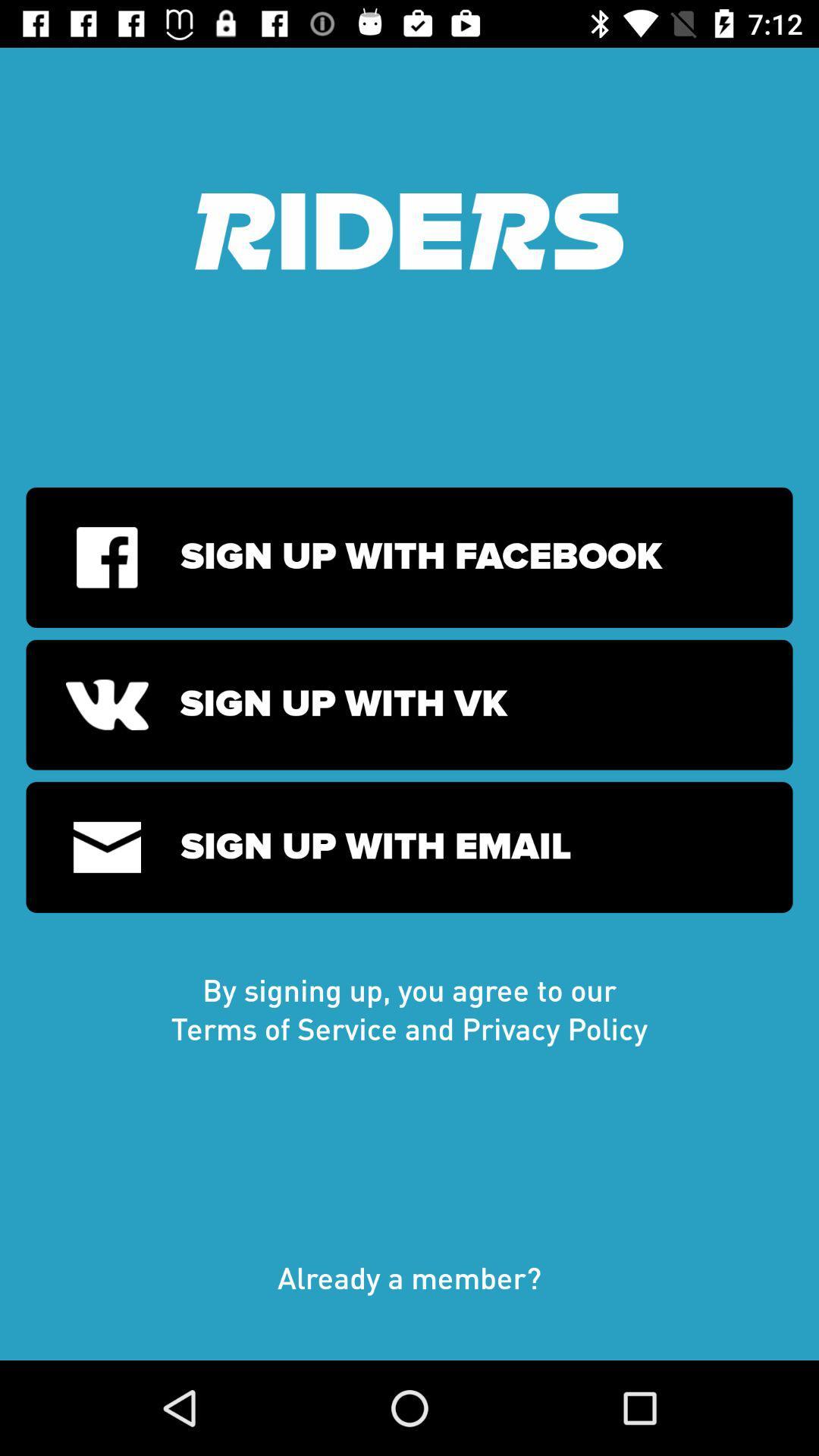  Describe the element at coordinates (409, 1292) in the screenshot. I see `already a member? item` at that location.